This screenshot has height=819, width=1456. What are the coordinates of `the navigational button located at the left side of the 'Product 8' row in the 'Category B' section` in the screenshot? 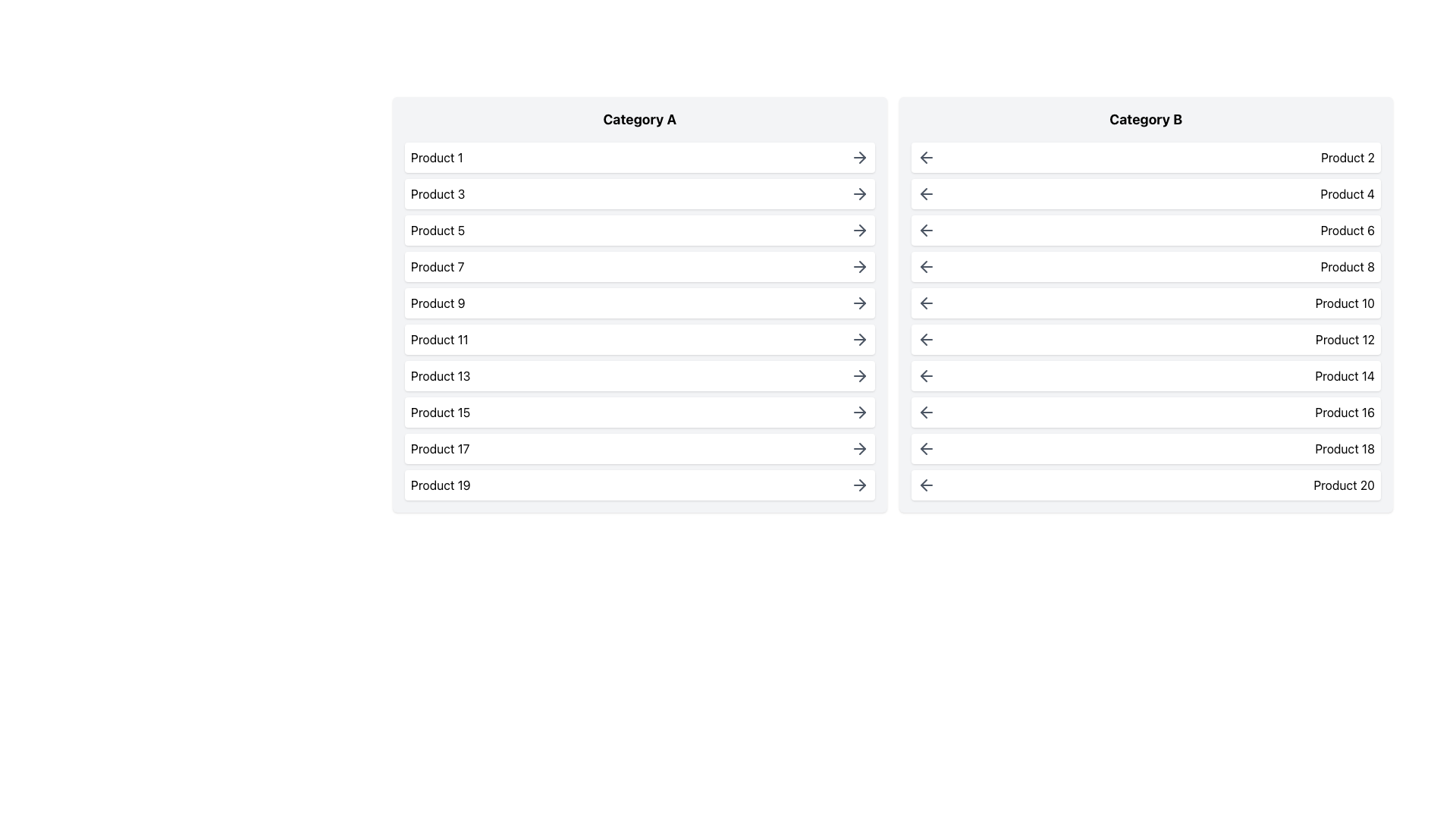 It's located at (925, 265).